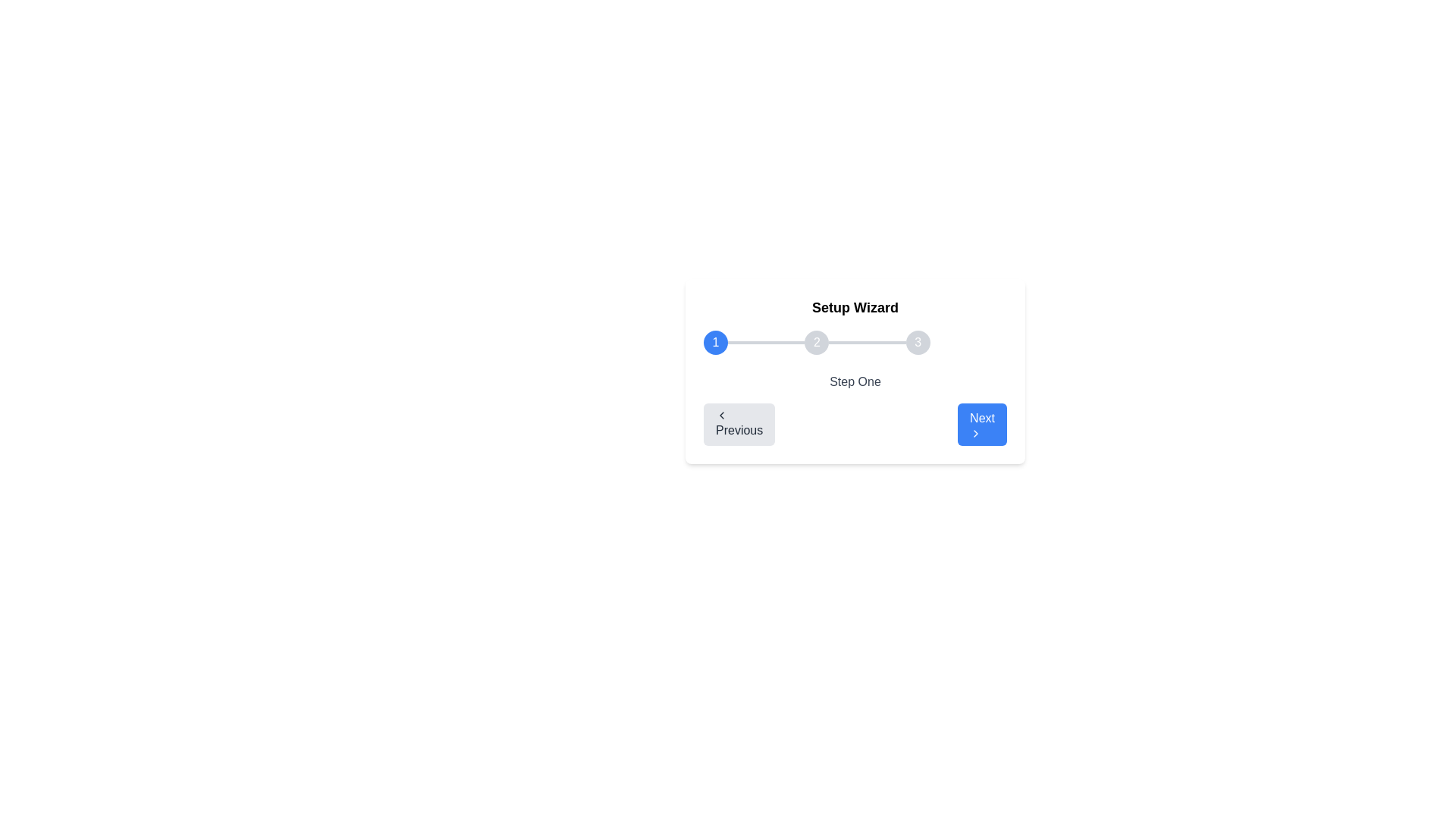 The height and width of the screenshot is (819, 1456). What do you see at coordinates (855, 342) in the screenshot?
I see `second step progress indicator element which is a circular indicator with the number '2', located in the horizontal step progress bar` at bounding box center [855, 342].